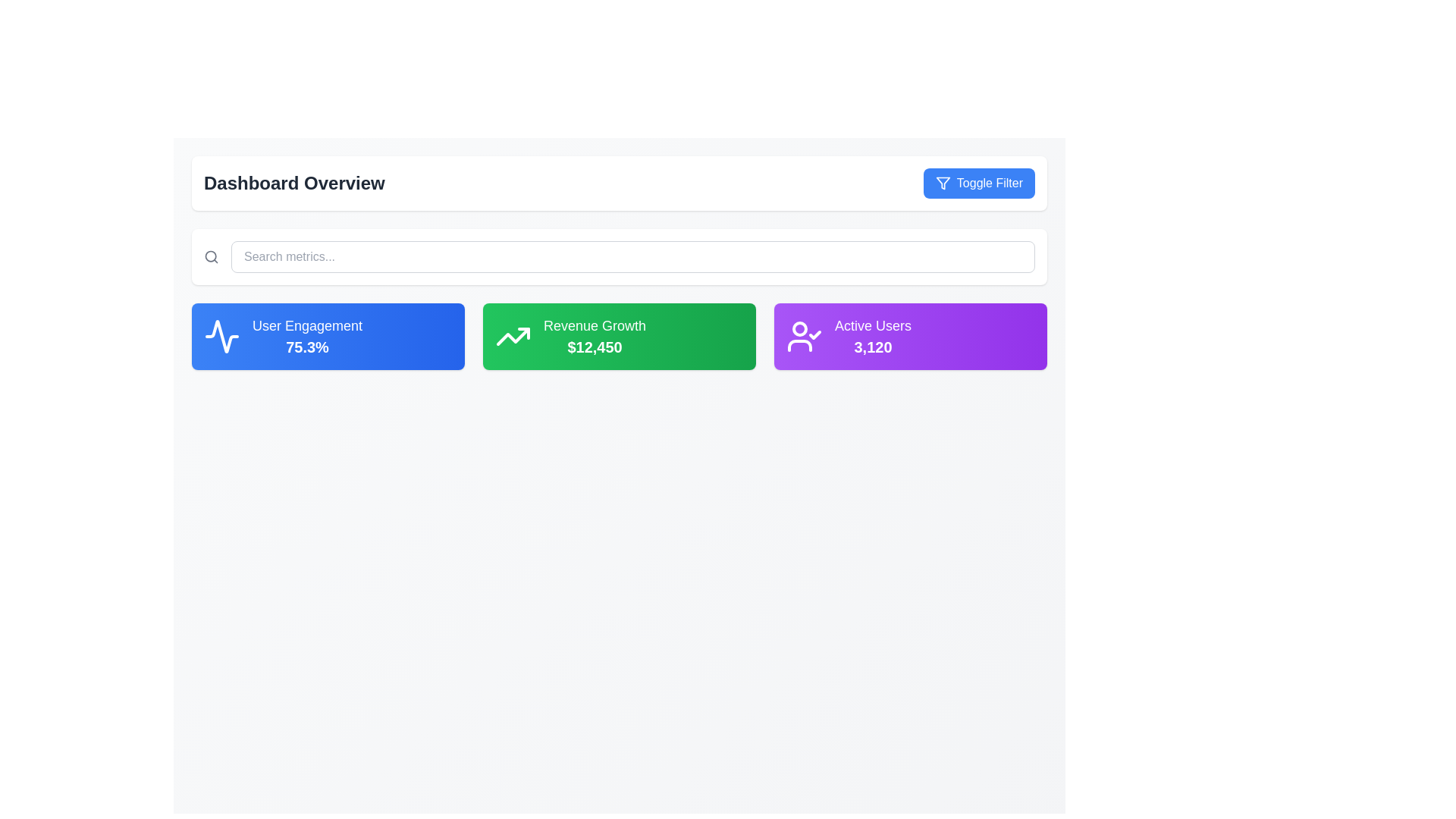 This screenshot has width=1456, height=819. What do you see at coordinates (619, 335) in the screenshot?
I see `the green Information display card titled 'Revenue Growth' which contains the value '$12,450' and an upward-trending arrow icon, positioned between the 'User Engagement' and 'Active Users' cards in the Dashboard Overview section` at bounding box center [619, 335].